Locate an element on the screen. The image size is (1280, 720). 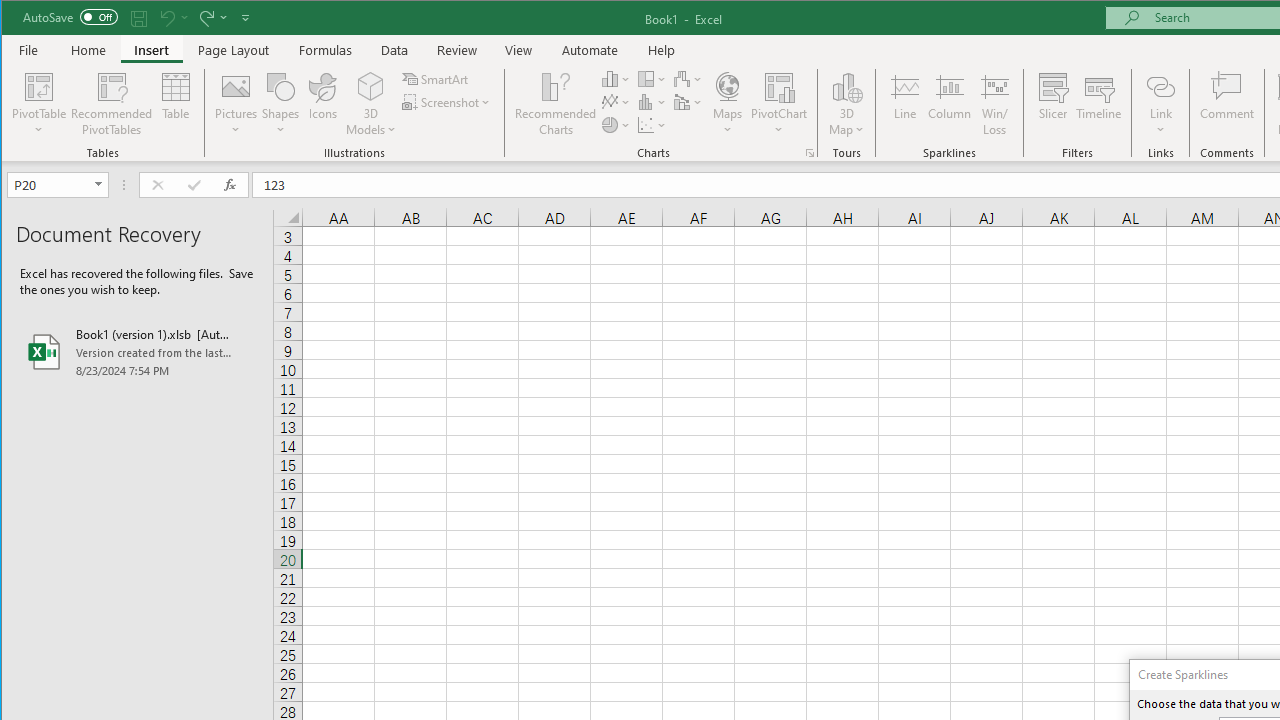
'3D Models' is located at coordinates (371, 85).